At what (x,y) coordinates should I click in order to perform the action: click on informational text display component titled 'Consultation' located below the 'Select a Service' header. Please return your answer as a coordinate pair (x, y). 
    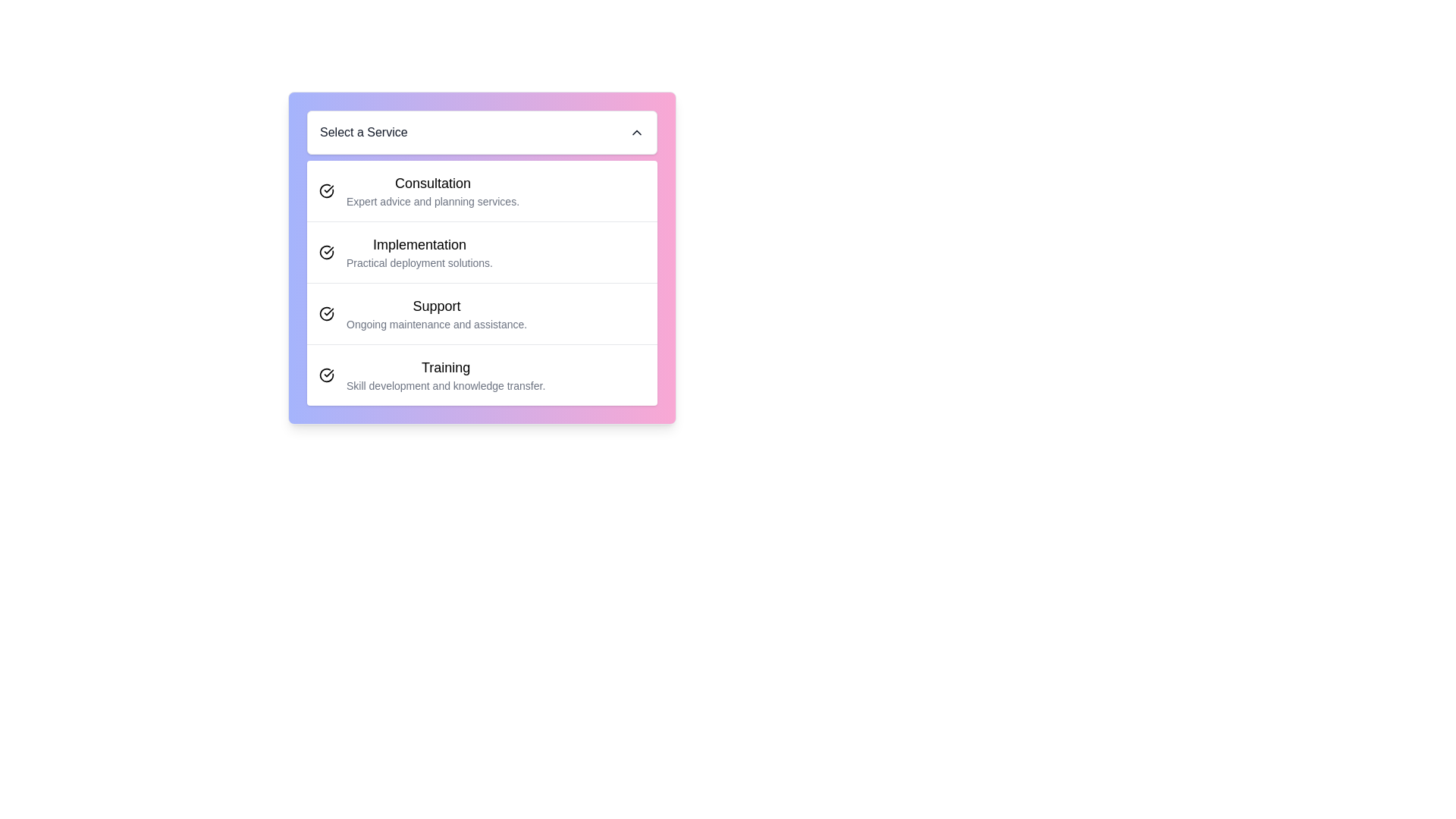
    Looking at the image, I should click on (432, 190).